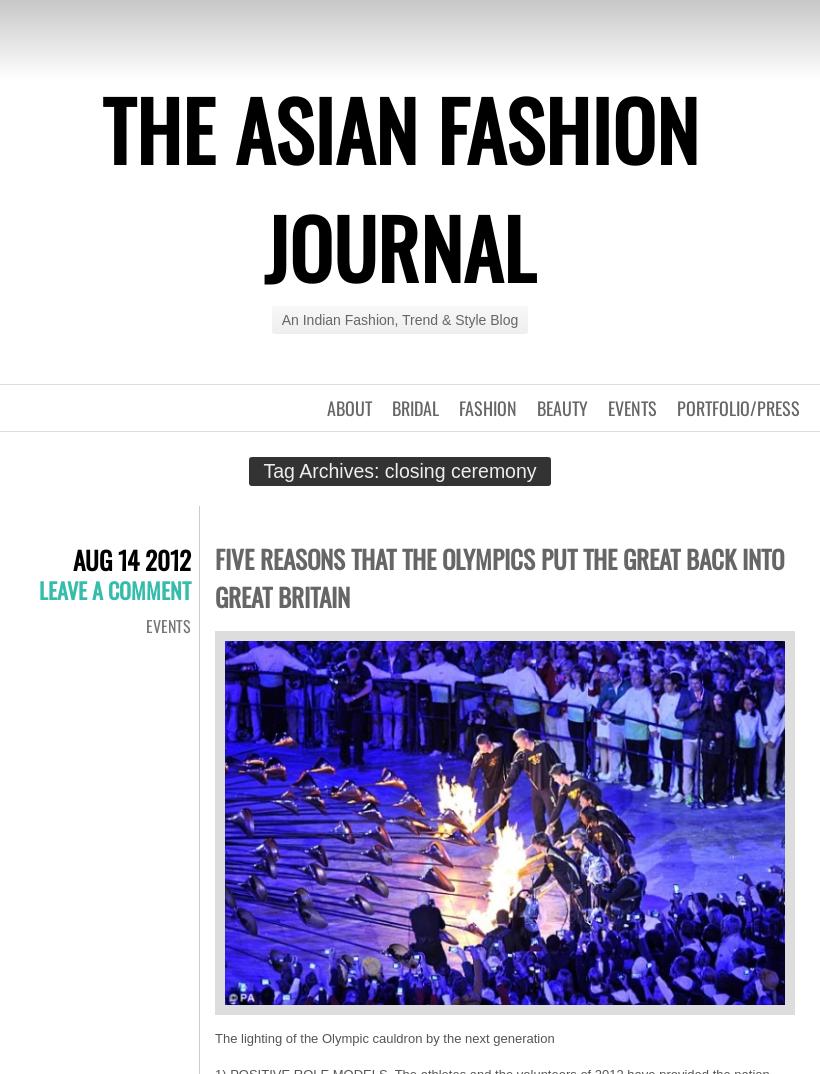 This screenshot has height=1074, width=820. I want to click on 'Tag Archives:', so click(322, 469).